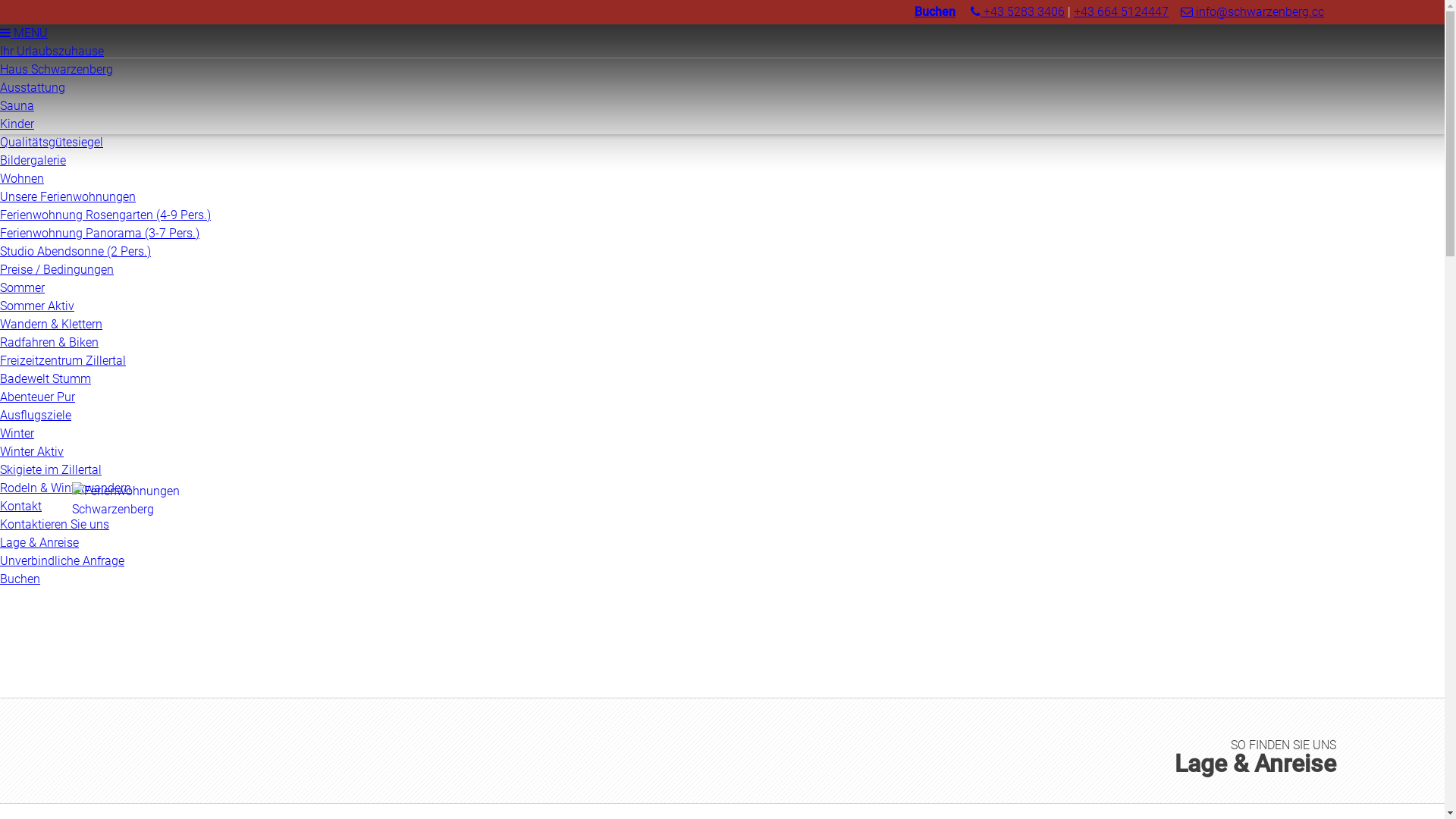 The image size is (1456, 819). What do you see at coordinates (36, 415) in the screenshot?
I see `'Ausflugsziele'` at bounding box center [36, 415].